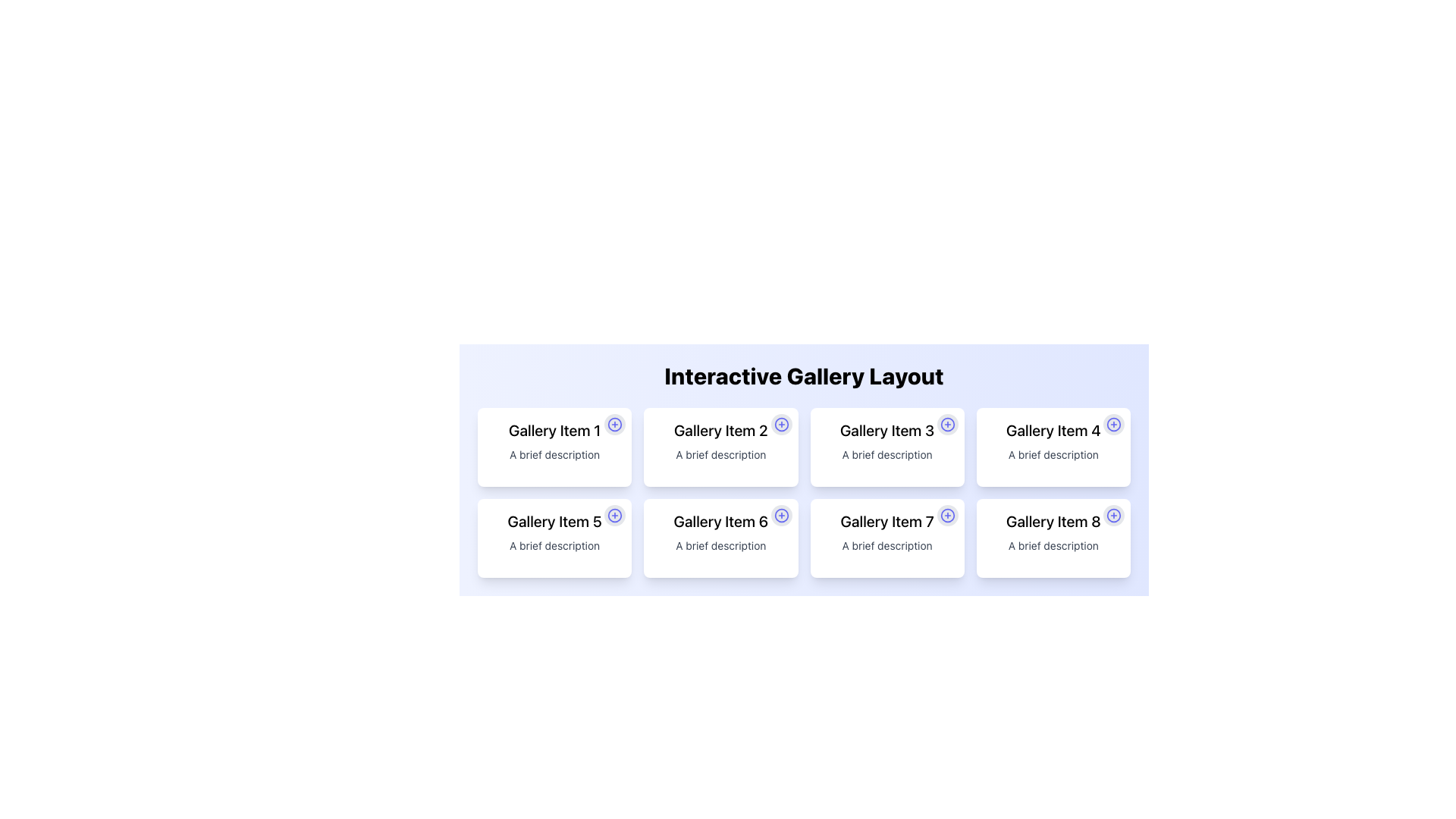 The width and height of the screenshot is (1456, 819). What do you see at coordinates (1113, 424) in the screenshot?
I see `the circular icon button located at the top-right corner of the card labeled 'Gallery Item 4' to interact with it` at bounding box center [1113, 424].